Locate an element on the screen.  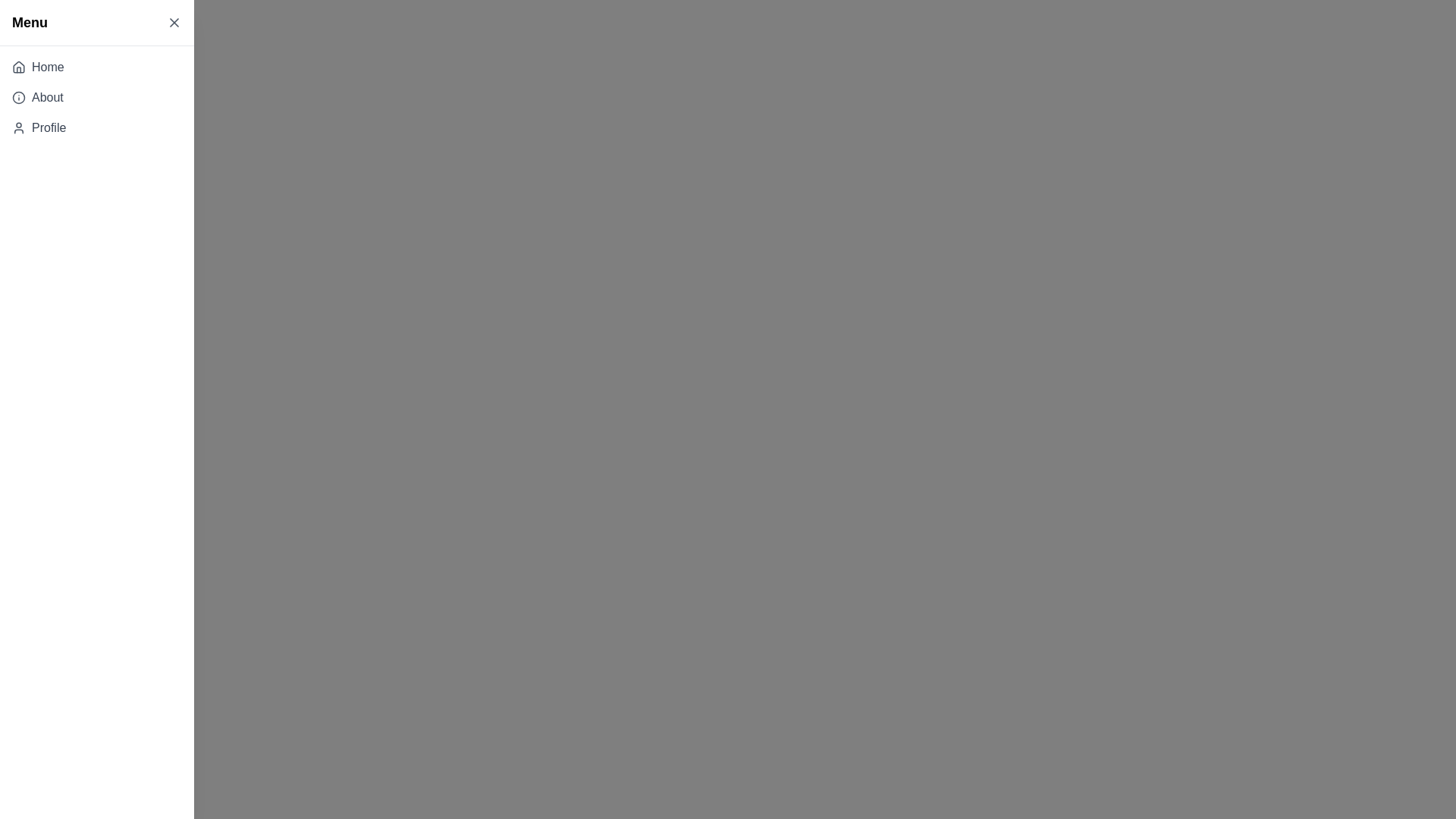
the third hyperlink in the vertical menu list located in the left sidebar is located at coordinates (49, 127).